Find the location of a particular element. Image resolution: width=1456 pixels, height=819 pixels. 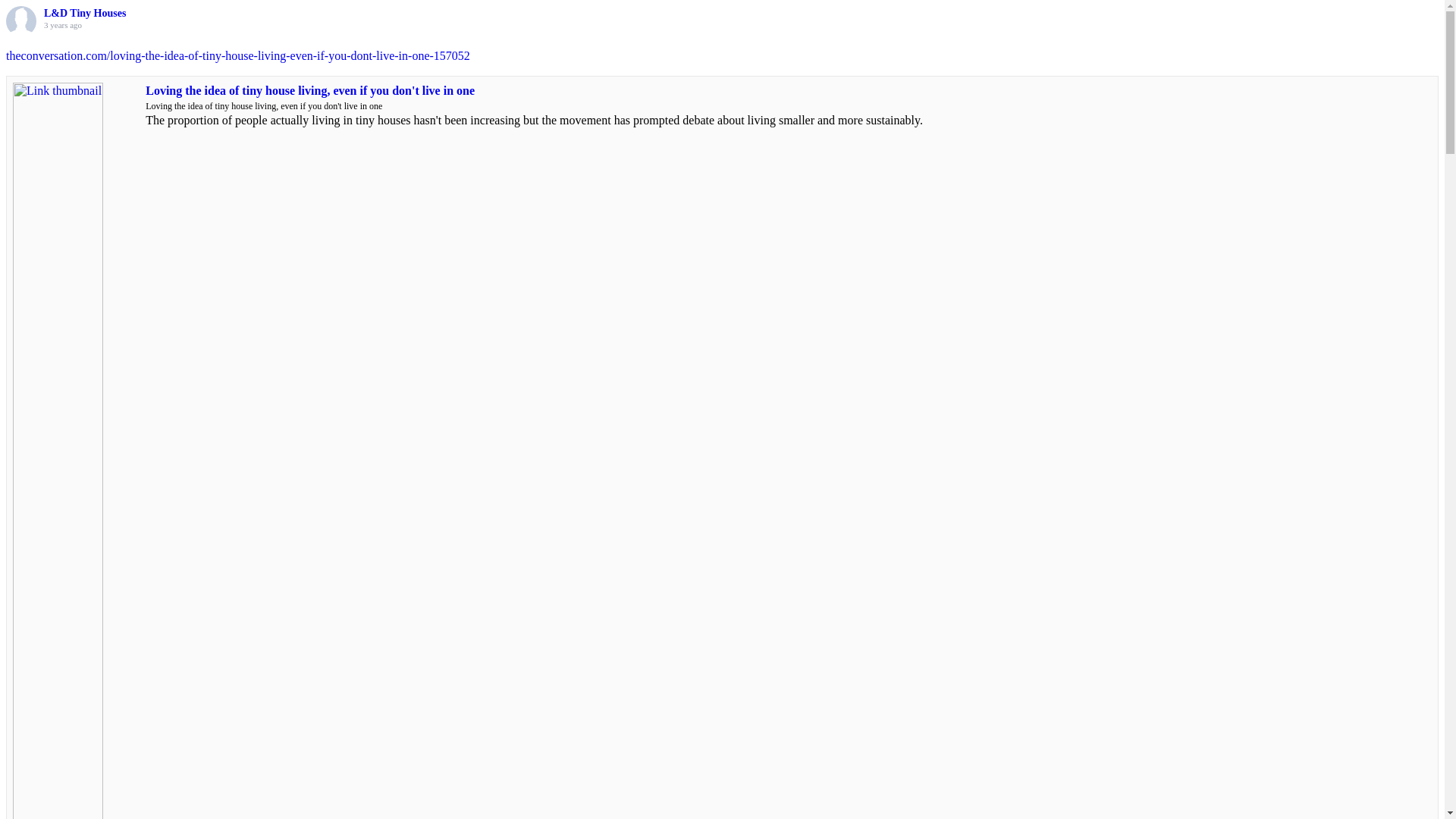

'L&D Tiny Houses' is located at coordinates (83, 13).